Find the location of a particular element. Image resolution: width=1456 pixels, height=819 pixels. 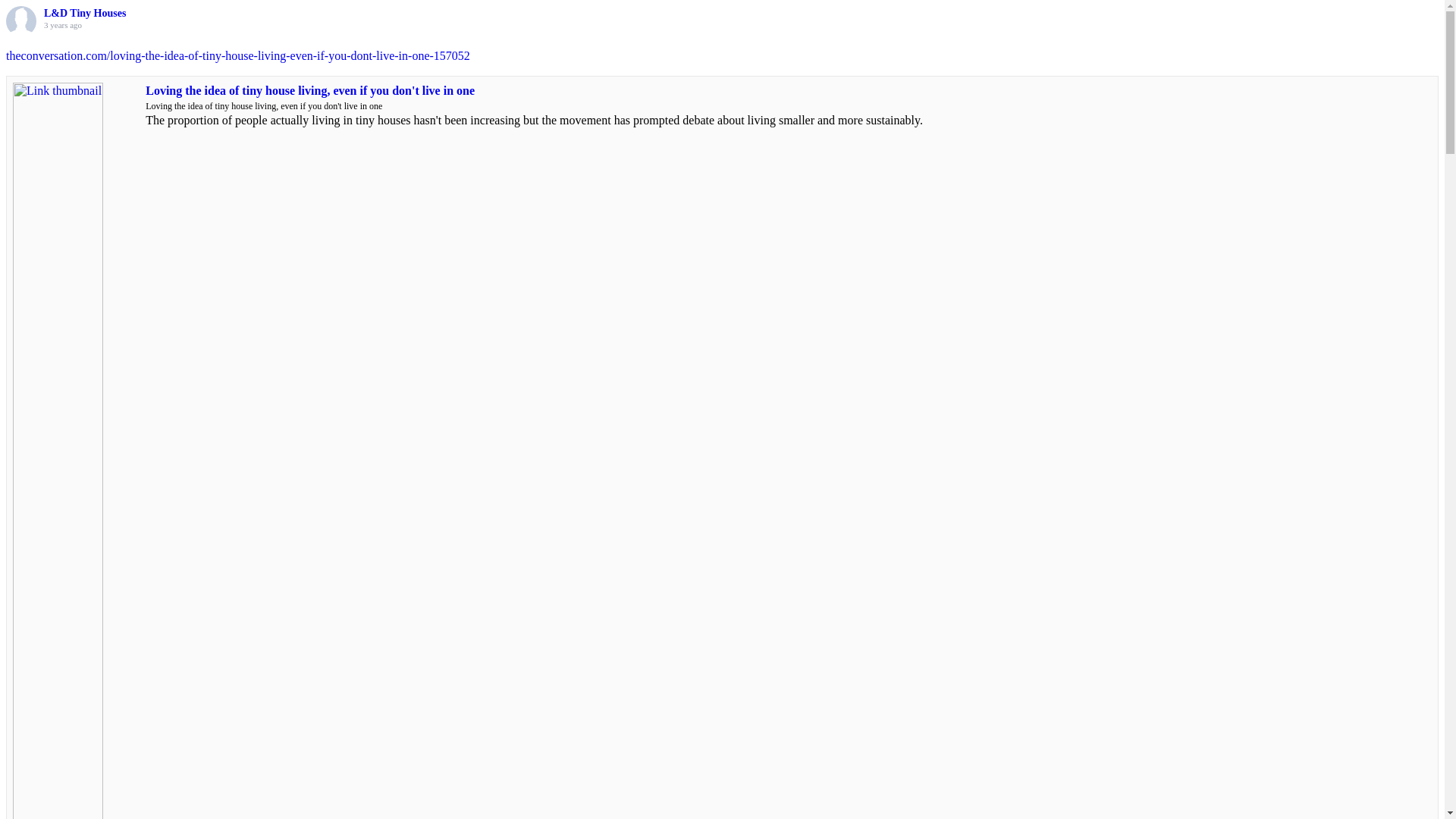

'L&D Tiny Houses' is located at coordinates (83, 13).